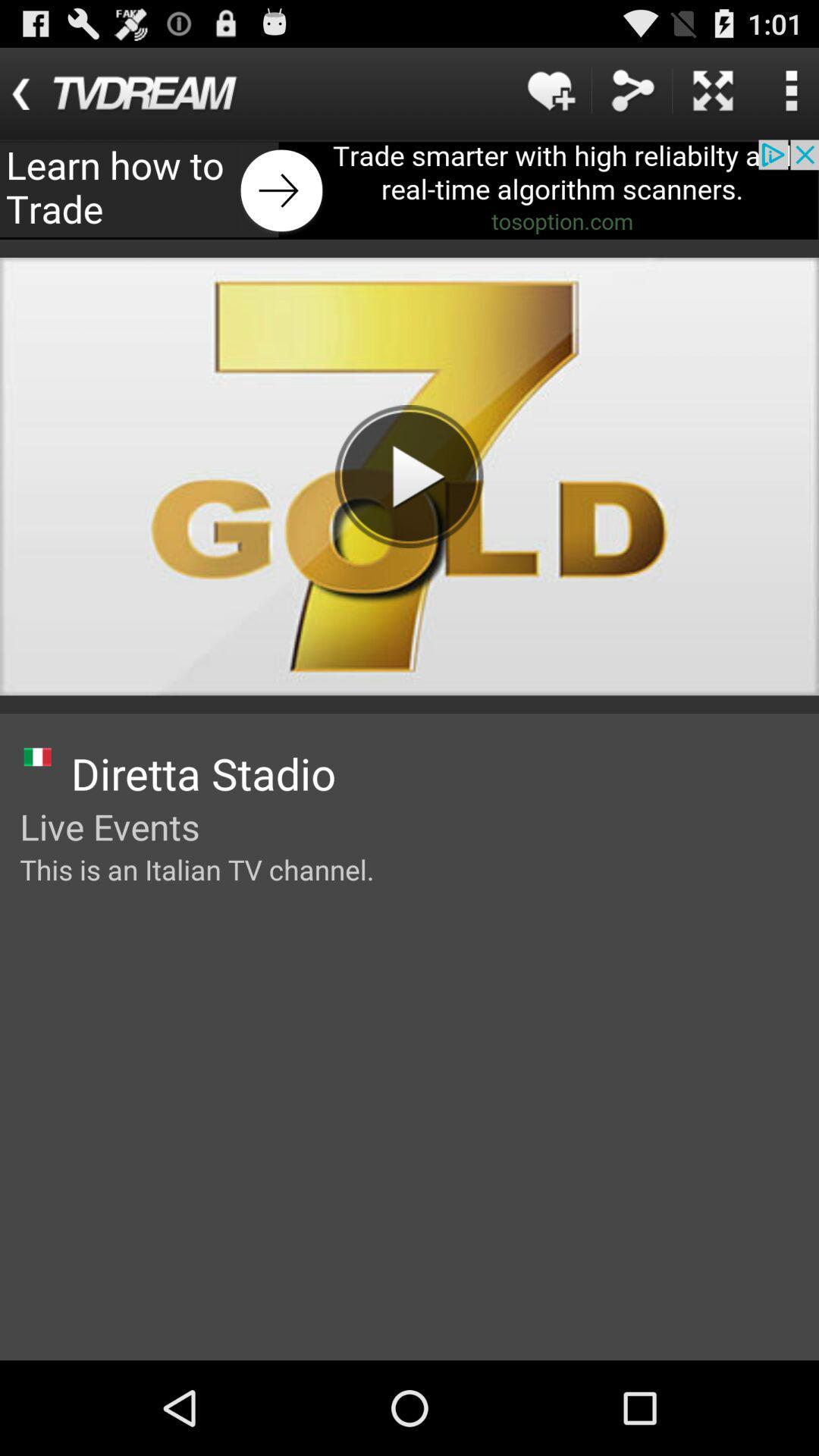  I want to click on the share icon, so click(632, 96).